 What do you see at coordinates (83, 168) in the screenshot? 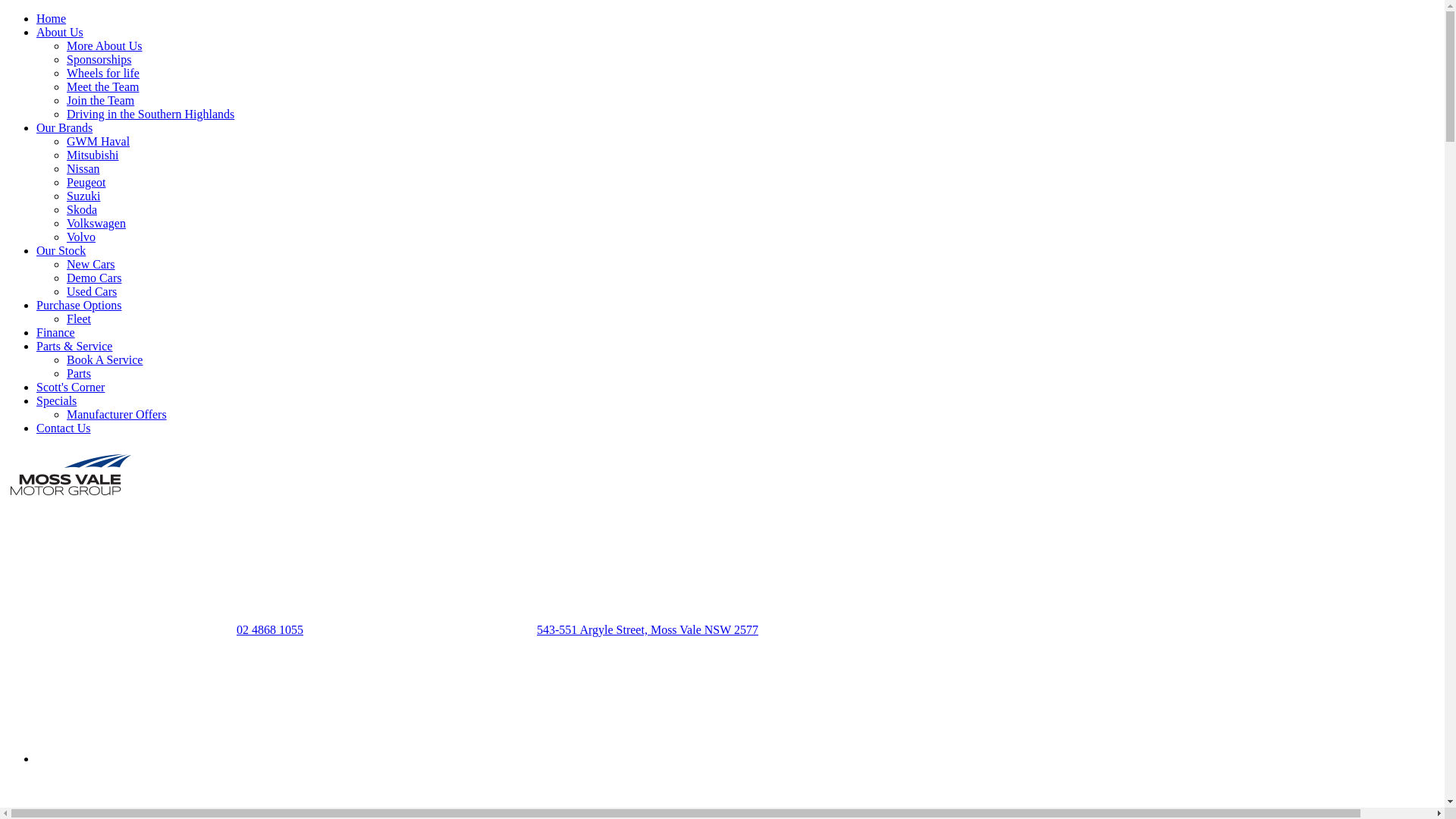
I see `'Nissan'` at bounding box center [83, 168].